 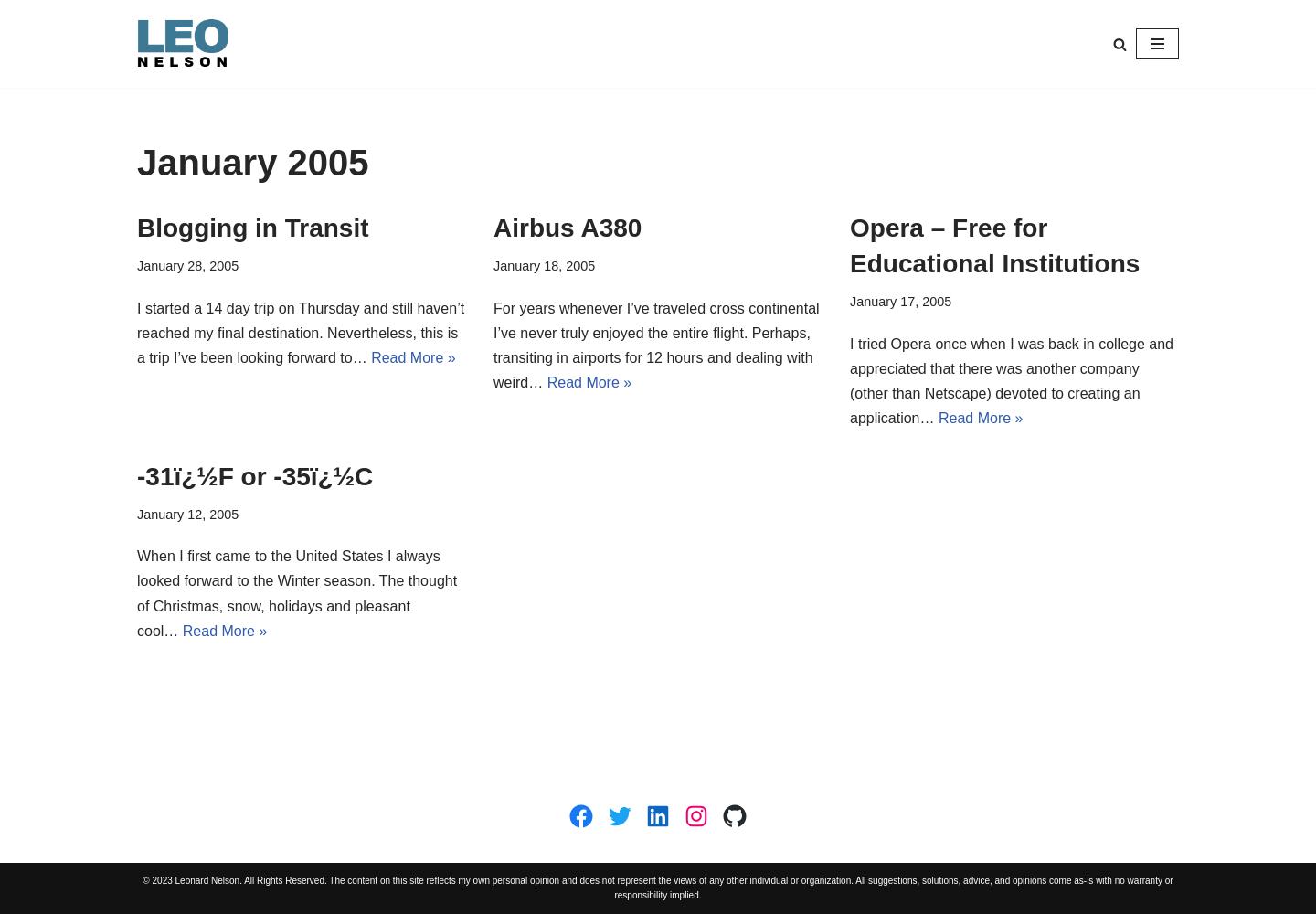 What do you see at coordinates (187, 514) in the screenshot?
I see `'January 12, 2005'` at bounding box center [187, 514].